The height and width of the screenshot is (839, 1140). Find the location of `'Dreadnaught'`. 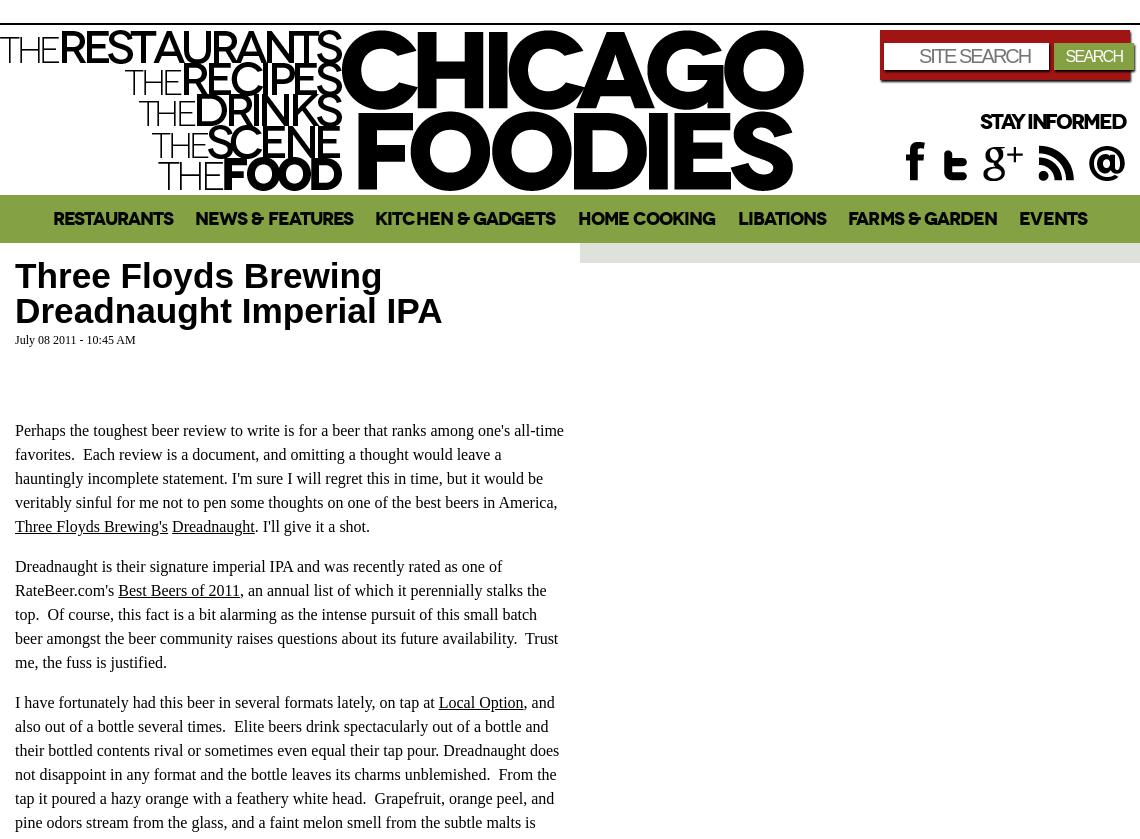

'Dreadnaught' is located at coordinates (212, 524).